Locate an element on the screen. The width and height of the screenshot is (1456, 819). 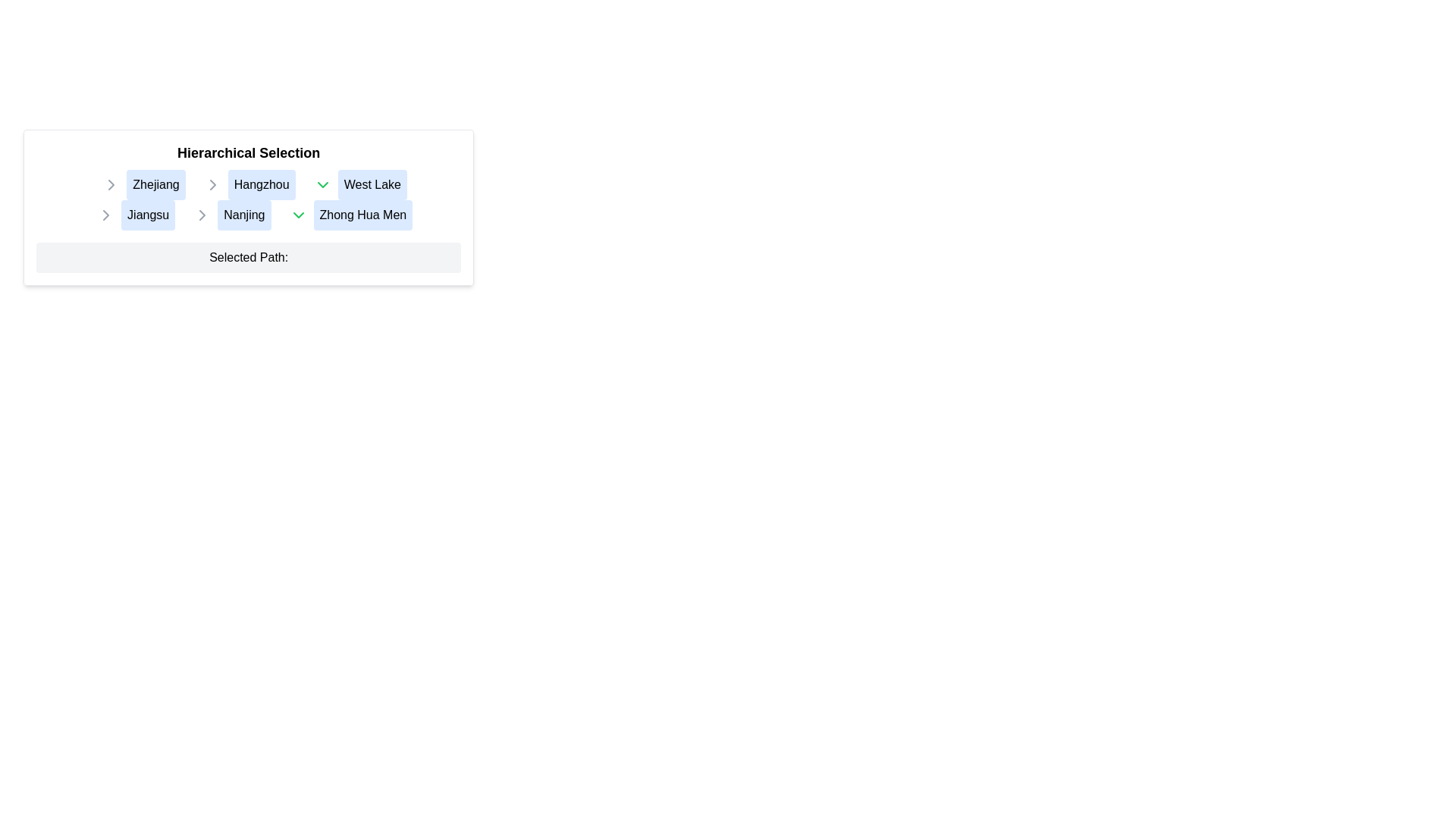
the button labeled 'Zhong Hua Men' which is styled with a light blue background and is part of the dropdown for 'Jiangsu -> Nanjing' is located at coordinates (362, 215).